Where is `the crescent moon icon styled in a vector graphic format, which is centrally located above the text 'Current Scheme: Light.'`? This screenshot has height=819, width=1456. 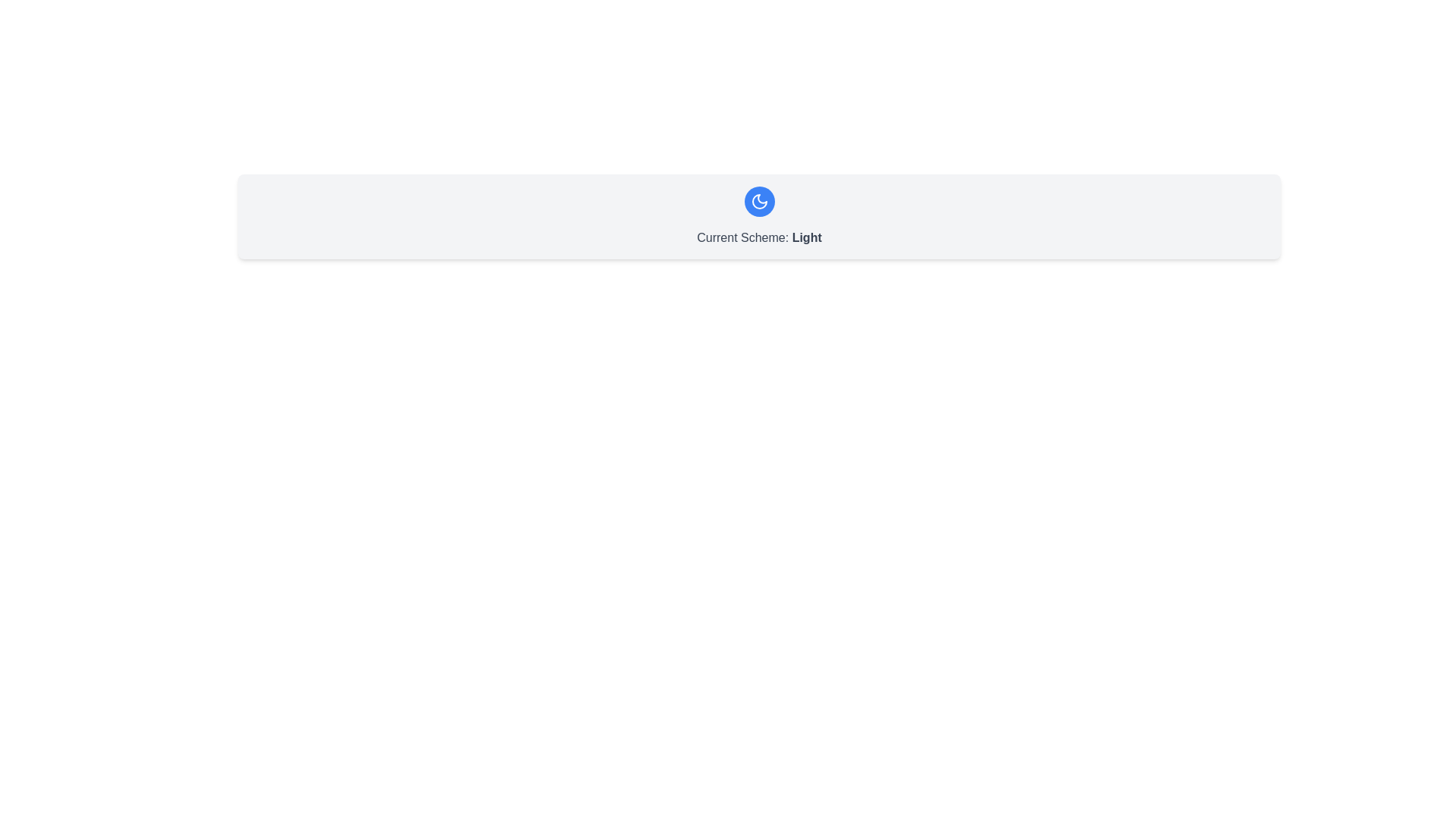 the crescent moon icon styled in a vector graphic format, which is centrally located above the text 'Current Scheme: Light.' is located at coordinates (759, 201).